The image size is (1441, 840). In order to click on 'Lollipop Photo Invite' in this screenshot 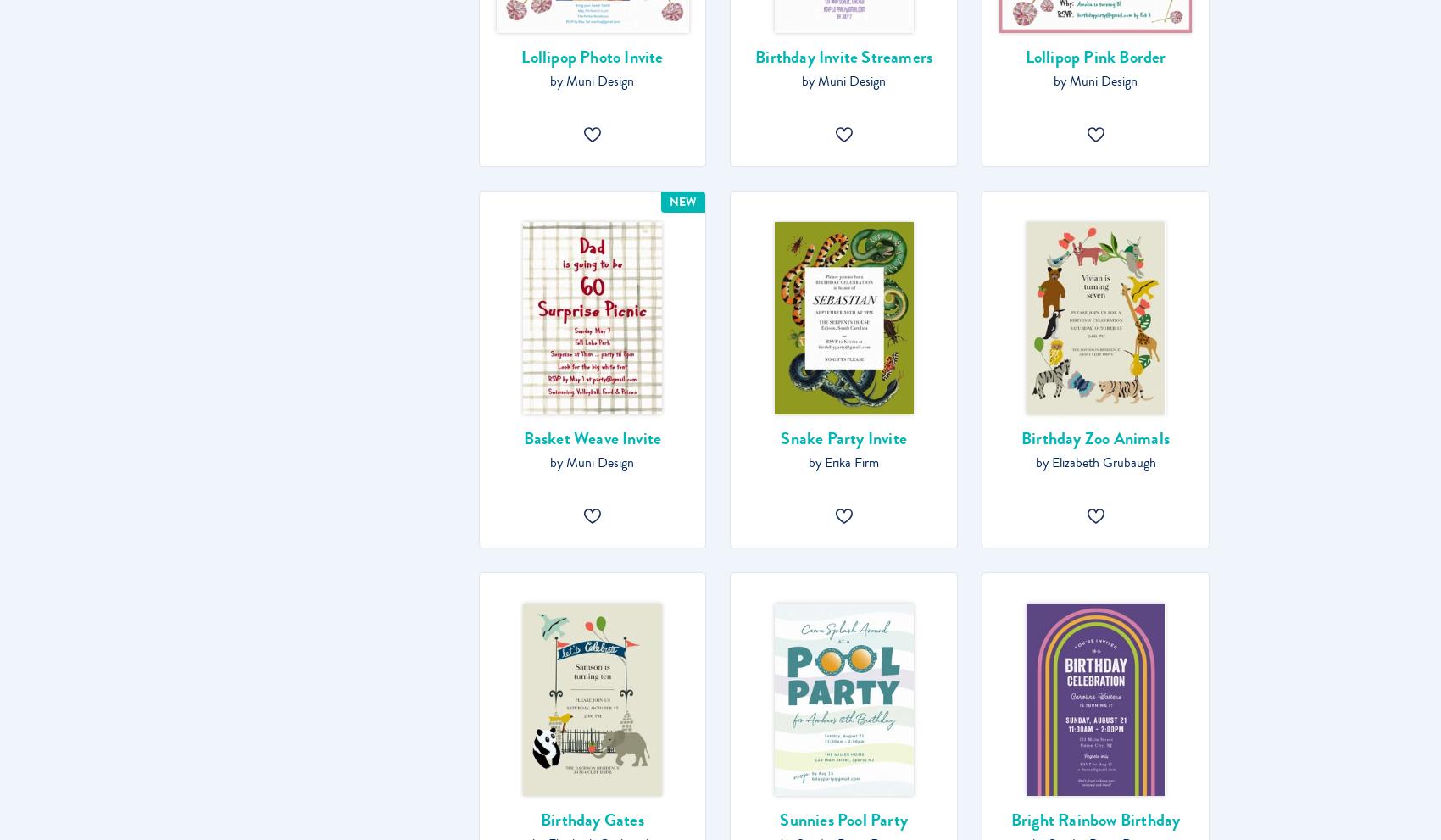, I will do `click(520, 57)`.